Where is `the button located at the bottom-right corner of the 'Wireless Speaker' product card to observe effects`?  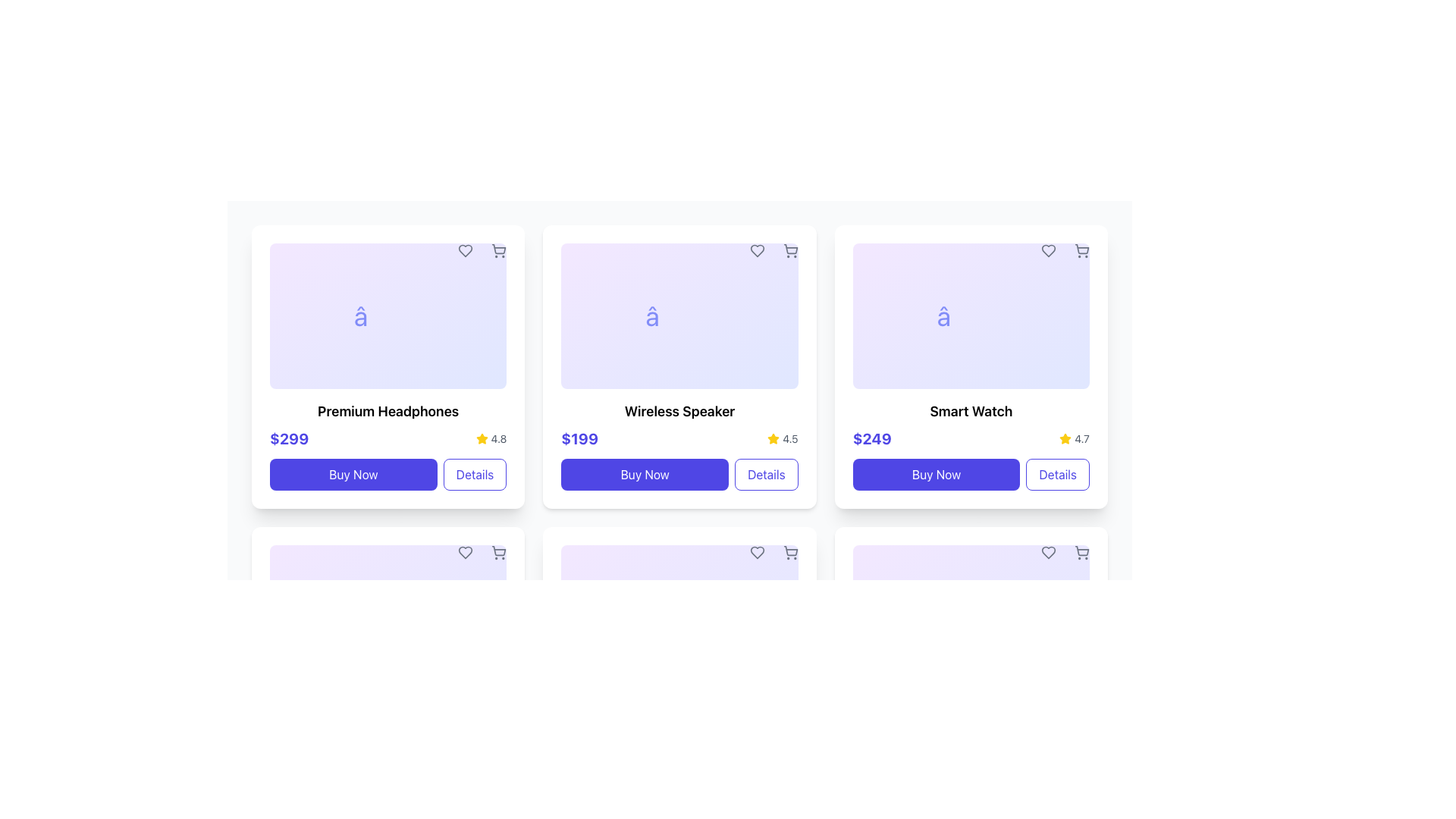 the button located at the bottom-right corner of the 'Wireless Speaker' product card to observe effects is located at coordinates (474, 776).